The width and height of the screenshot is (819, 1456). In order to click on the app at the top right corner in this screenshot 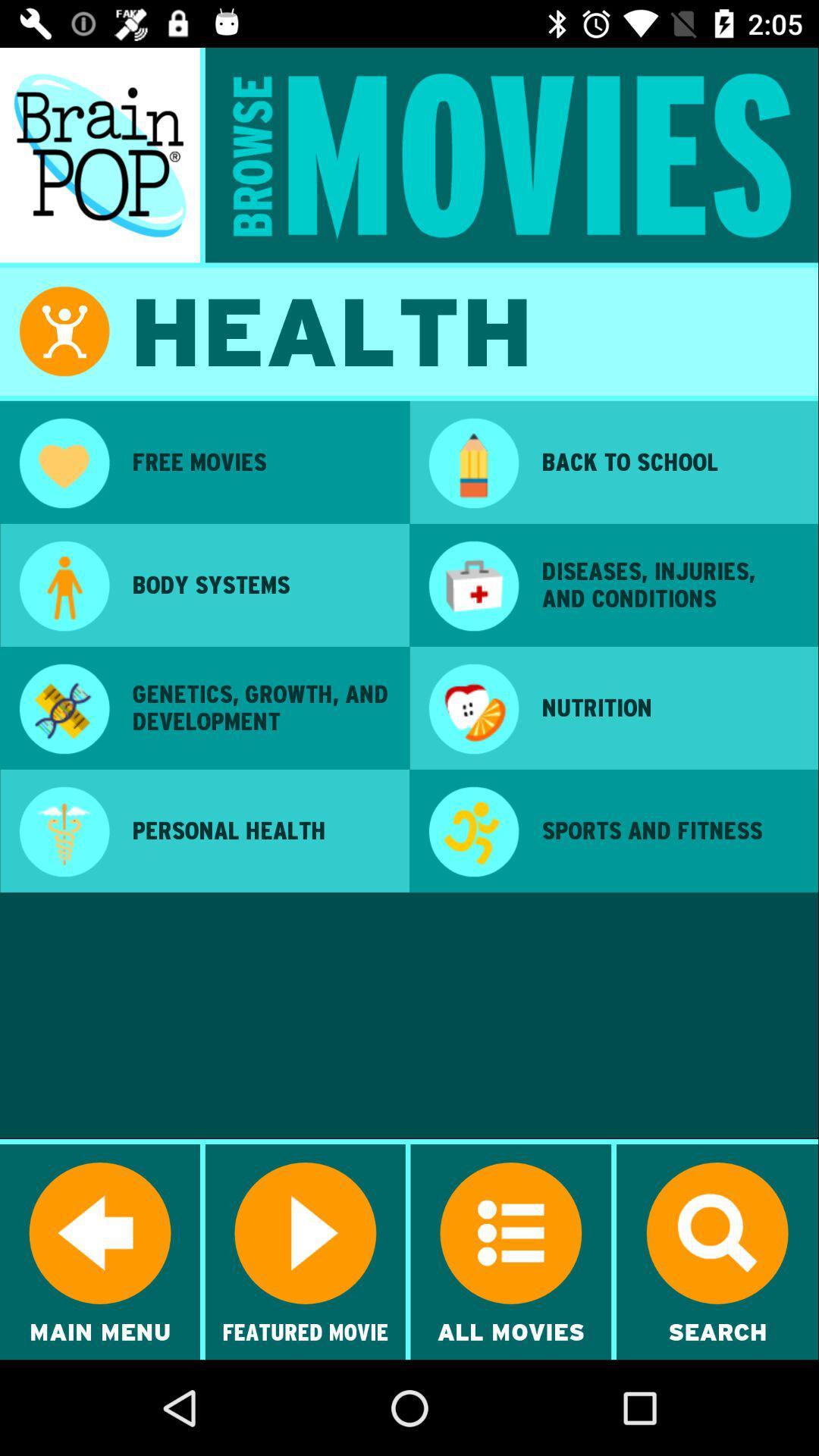, I will do `click(669, 461)`.